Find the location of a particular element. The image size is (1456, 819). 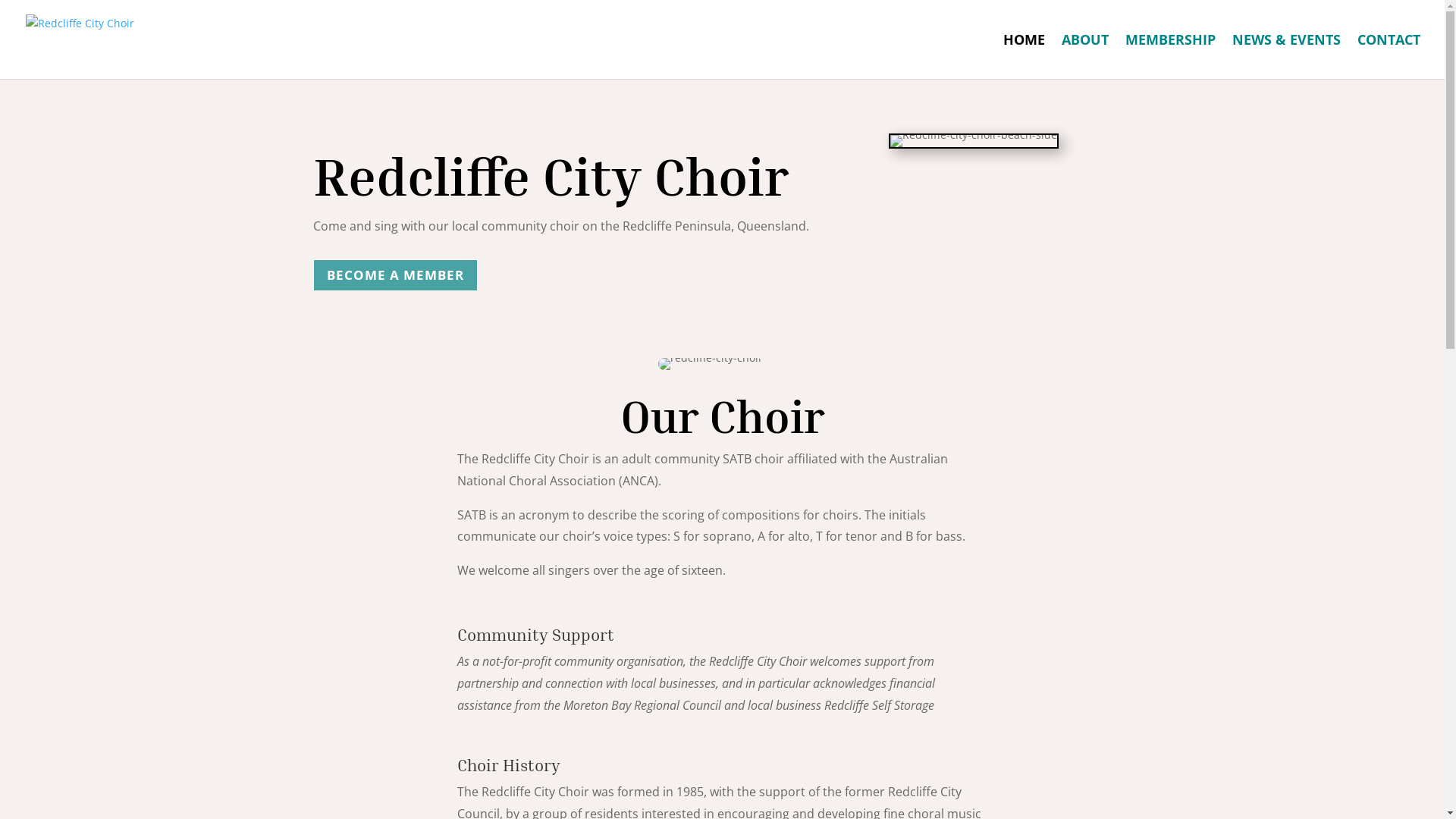

'CONTACT' is located at coordinates (1389, 55).